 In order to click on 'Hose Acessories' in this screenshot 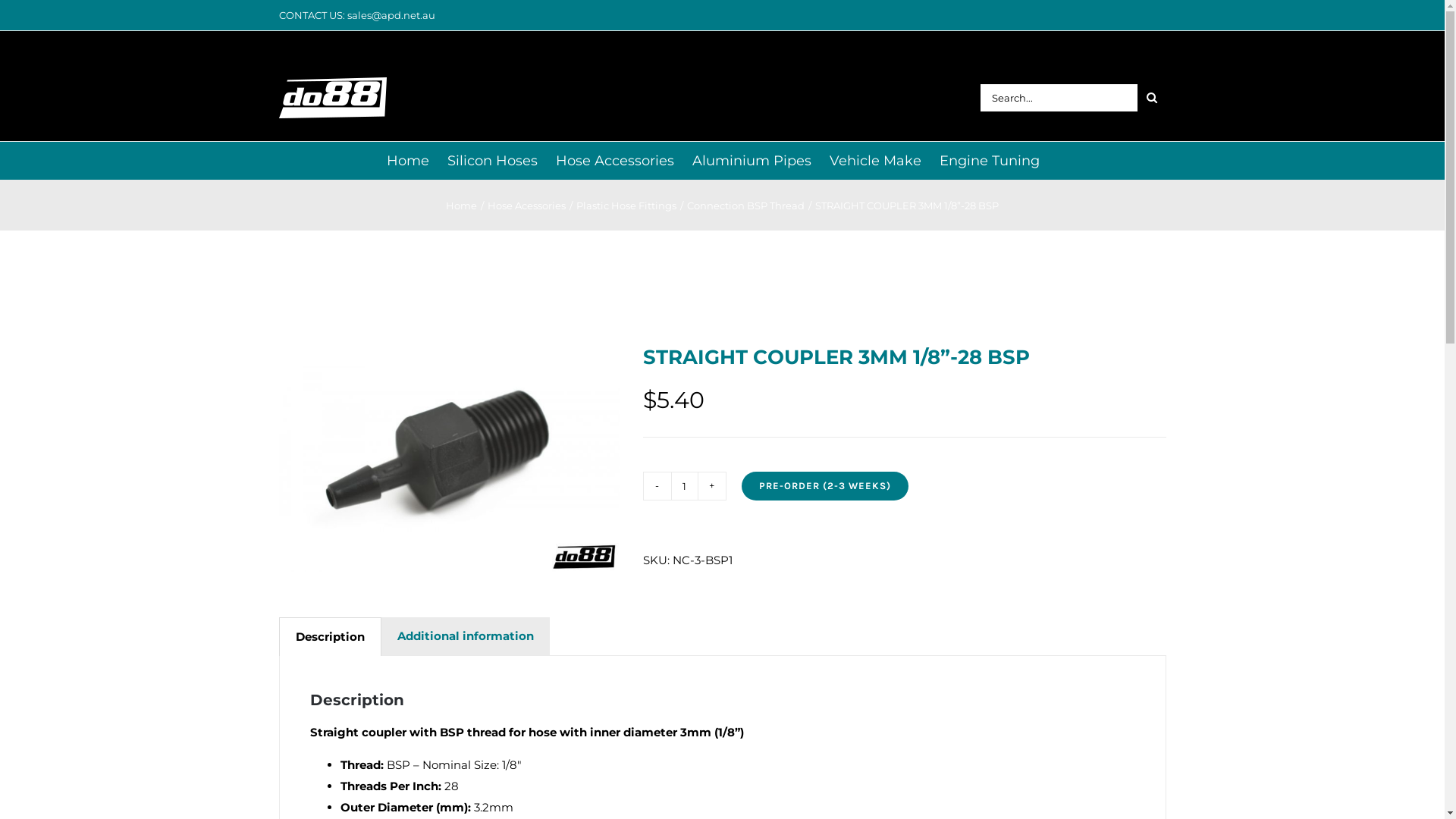, I will do `click(488, 205)`.